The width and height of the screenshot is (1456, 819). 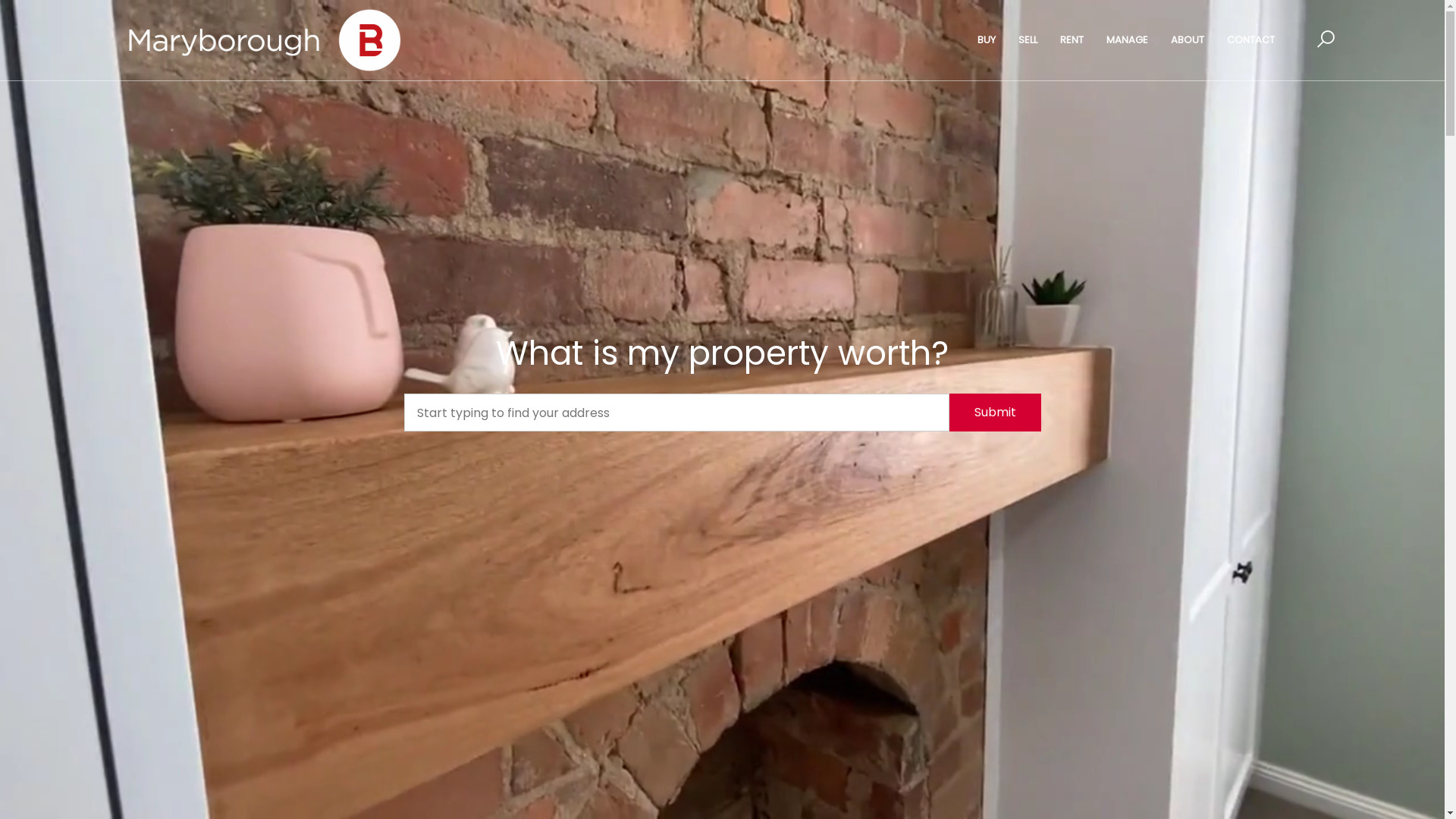 I want to click on 'SELL', so click(x=1028, y=39).